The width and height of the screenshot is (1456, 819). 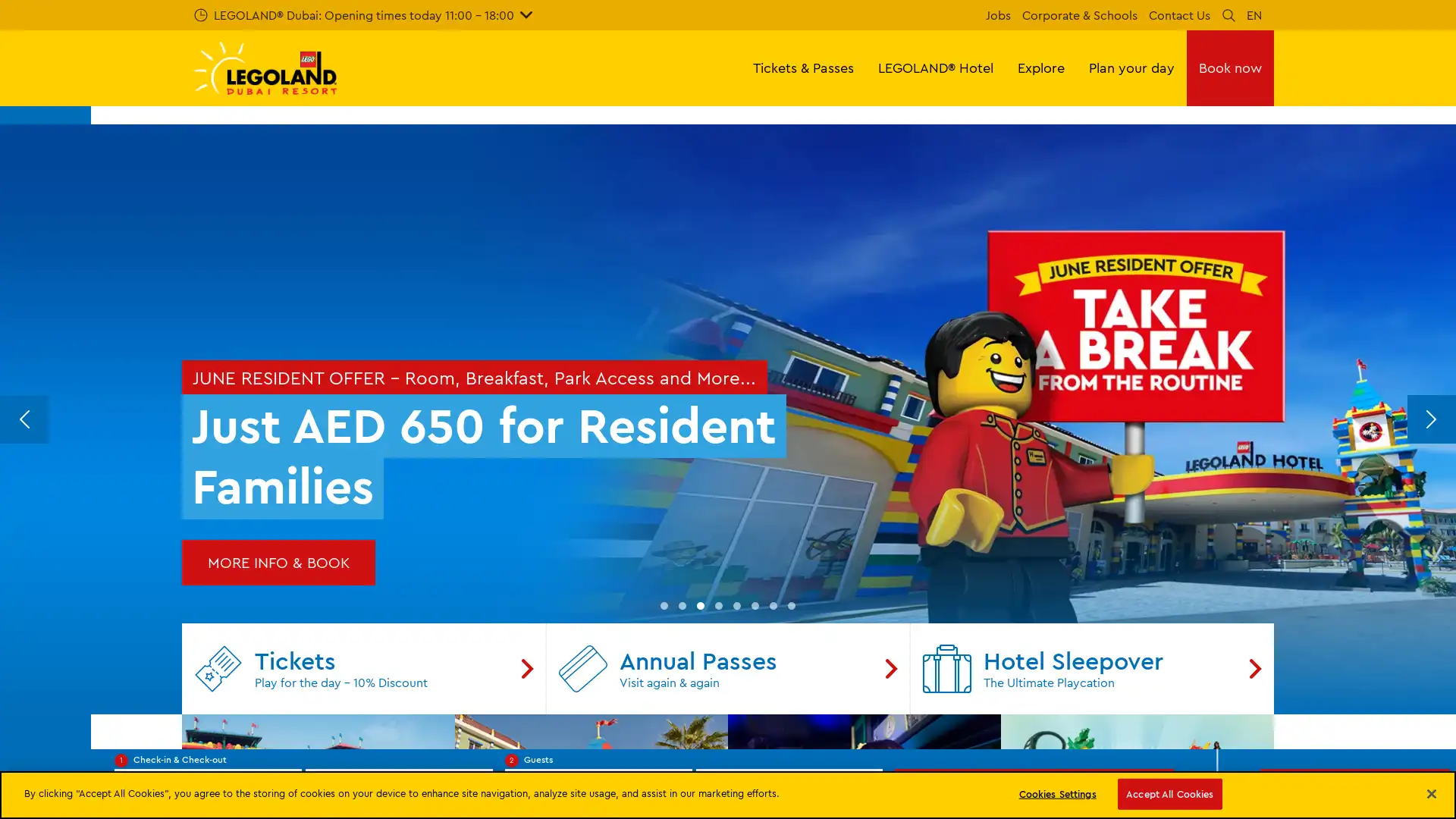 I want to click on Close, so click(x=1430, y=792).